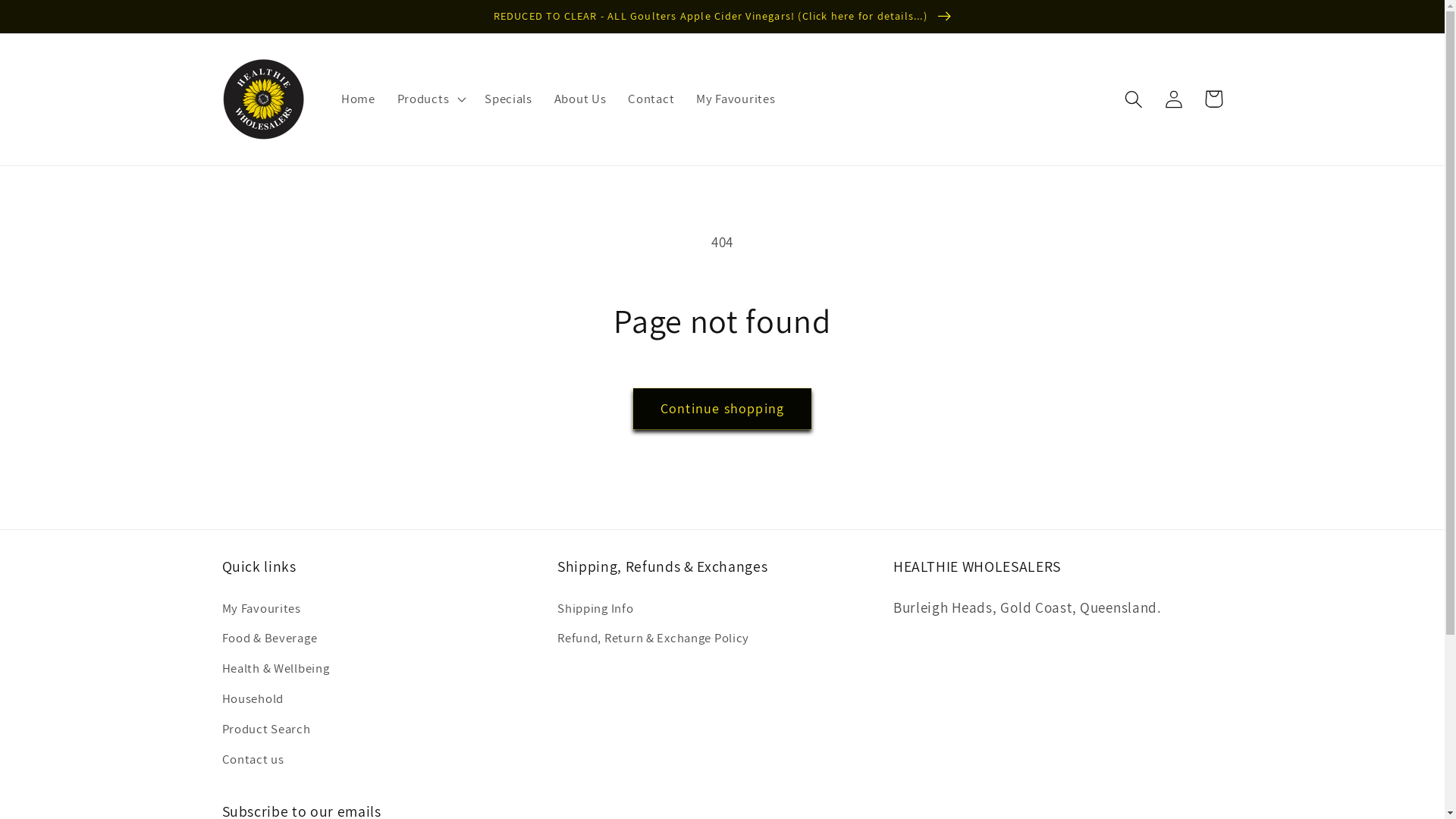  Describe the element at coordinates (509, 99) in the screenshot. I see `'Specials'` at that location.